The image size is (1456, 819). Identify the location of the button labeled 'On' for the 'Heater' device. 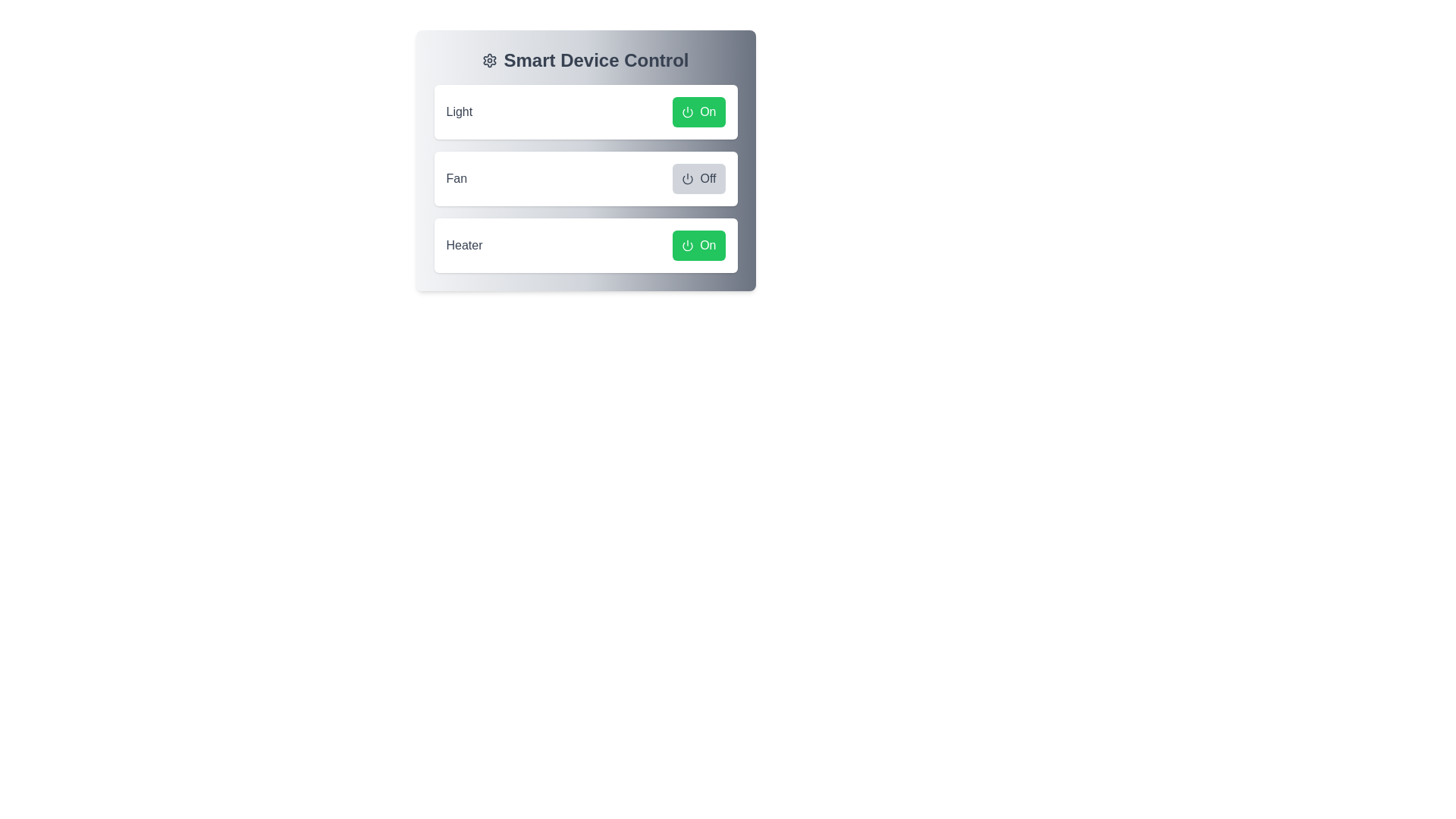
(698, 245).